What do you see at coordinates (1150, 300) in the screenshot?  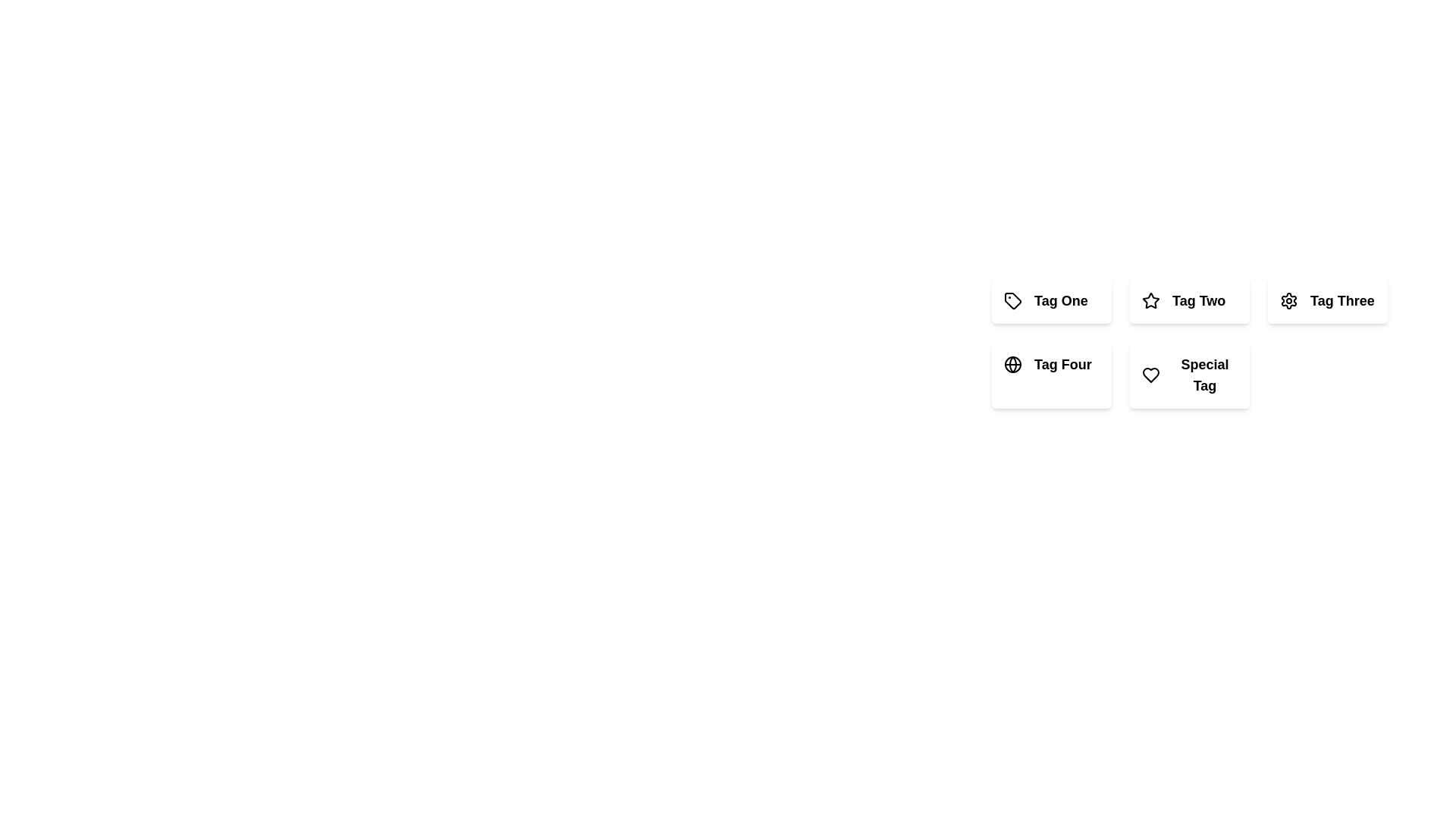 I see `star icon used for marking favorites located within the 'Tag Two' label in the second column of the top row of the grid layout` at bounding box center [1150, 300].